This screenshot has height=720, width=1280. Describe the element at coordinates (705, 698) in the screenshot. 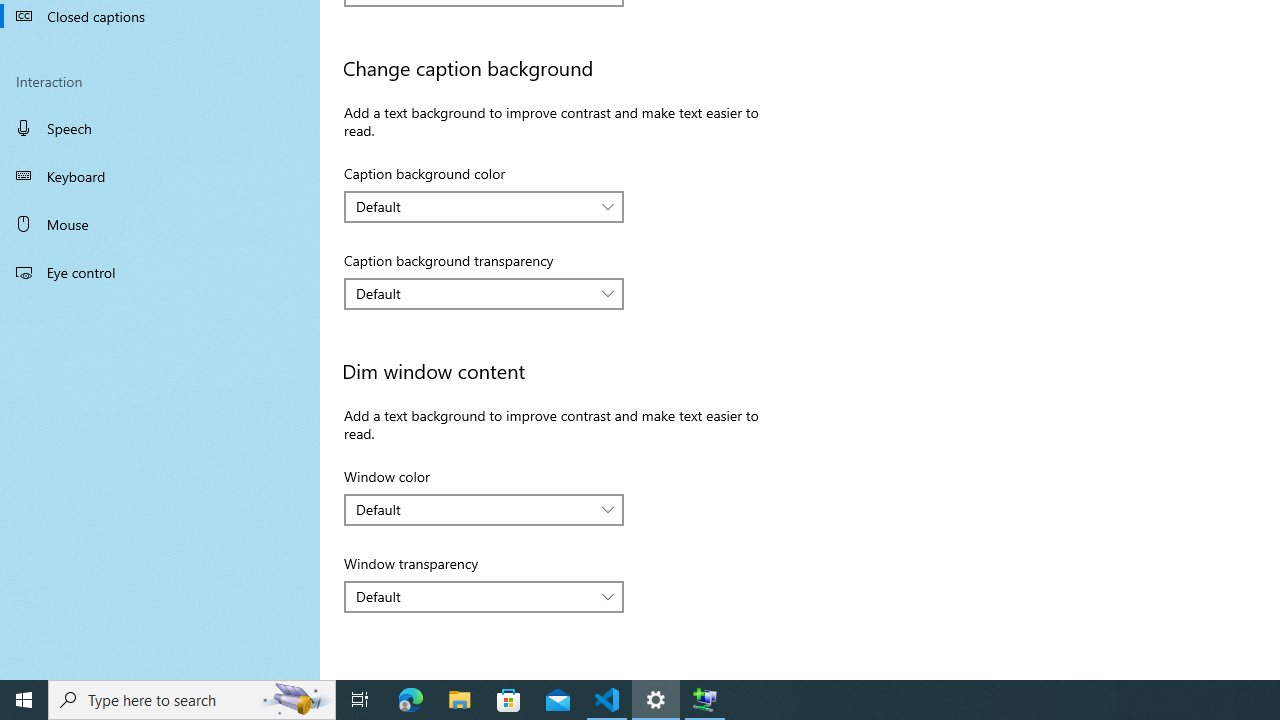

I see `'Extensible Wizards Host Process - 1 running window'` at that location.